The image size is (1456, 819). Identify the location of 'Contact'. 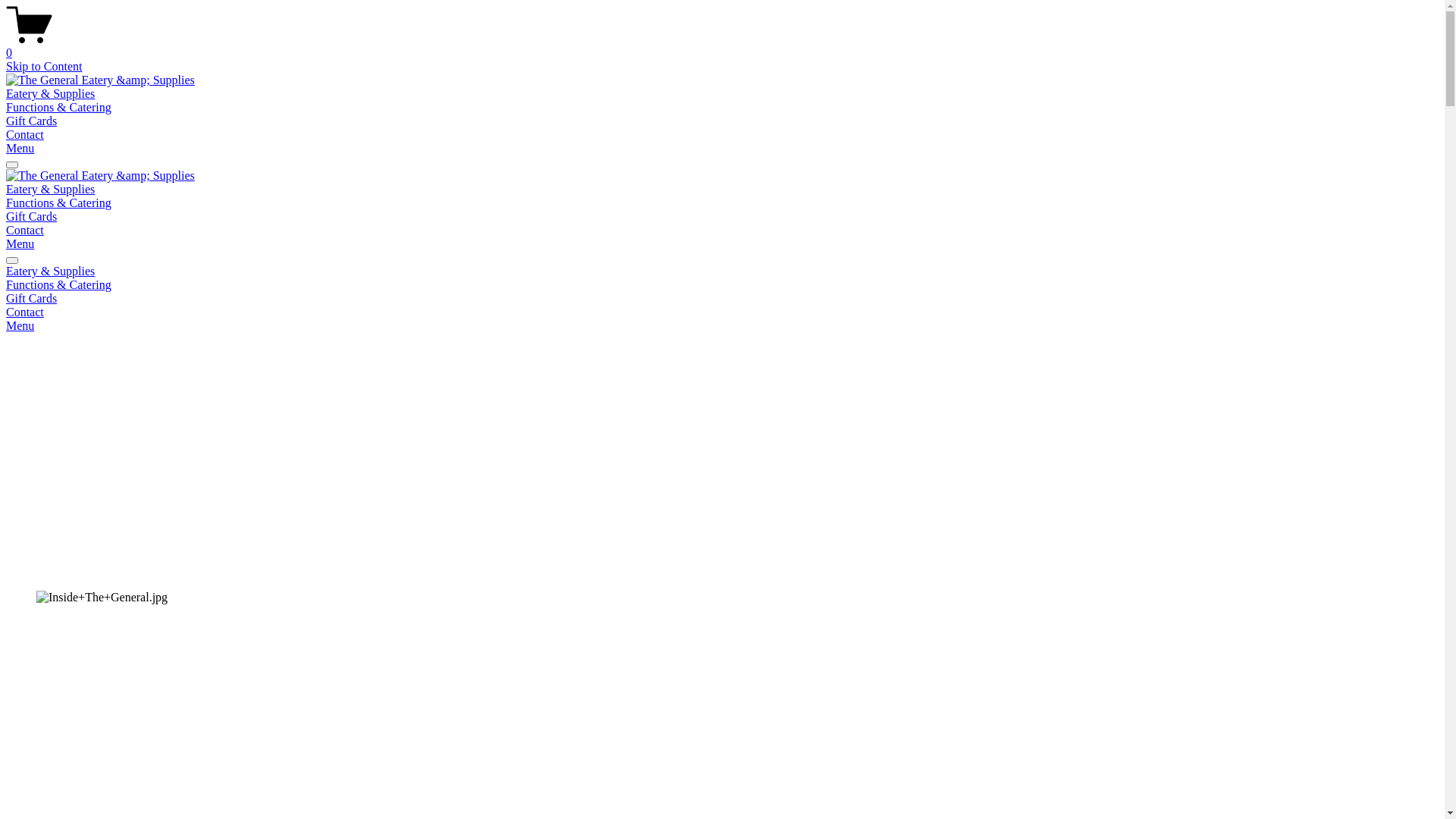
(721, 312).